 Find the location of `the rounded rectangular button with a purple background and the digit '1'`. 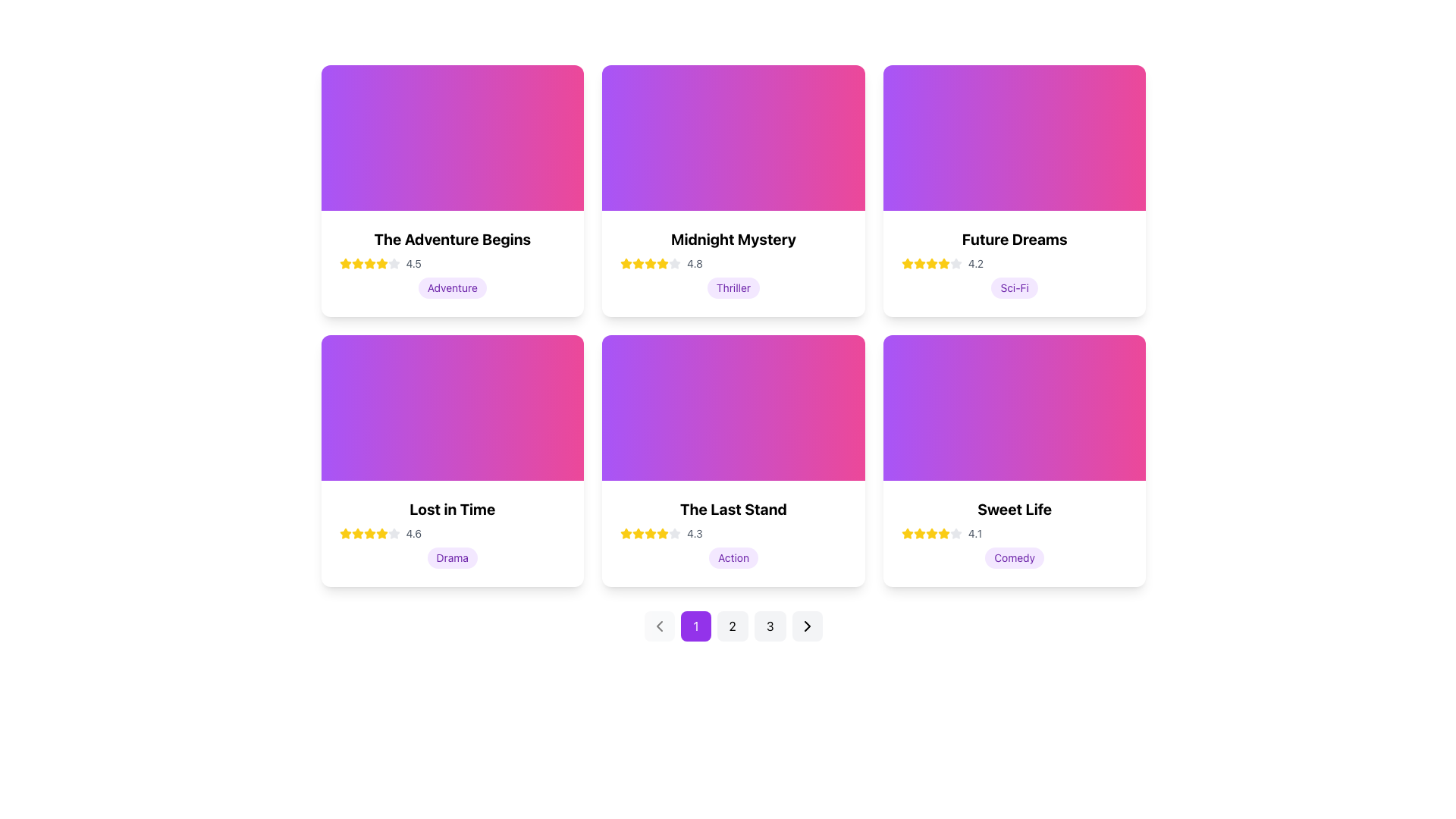

the rounded rectangular button with a purple background and the digit '1' is located at coordinates (695, 626).